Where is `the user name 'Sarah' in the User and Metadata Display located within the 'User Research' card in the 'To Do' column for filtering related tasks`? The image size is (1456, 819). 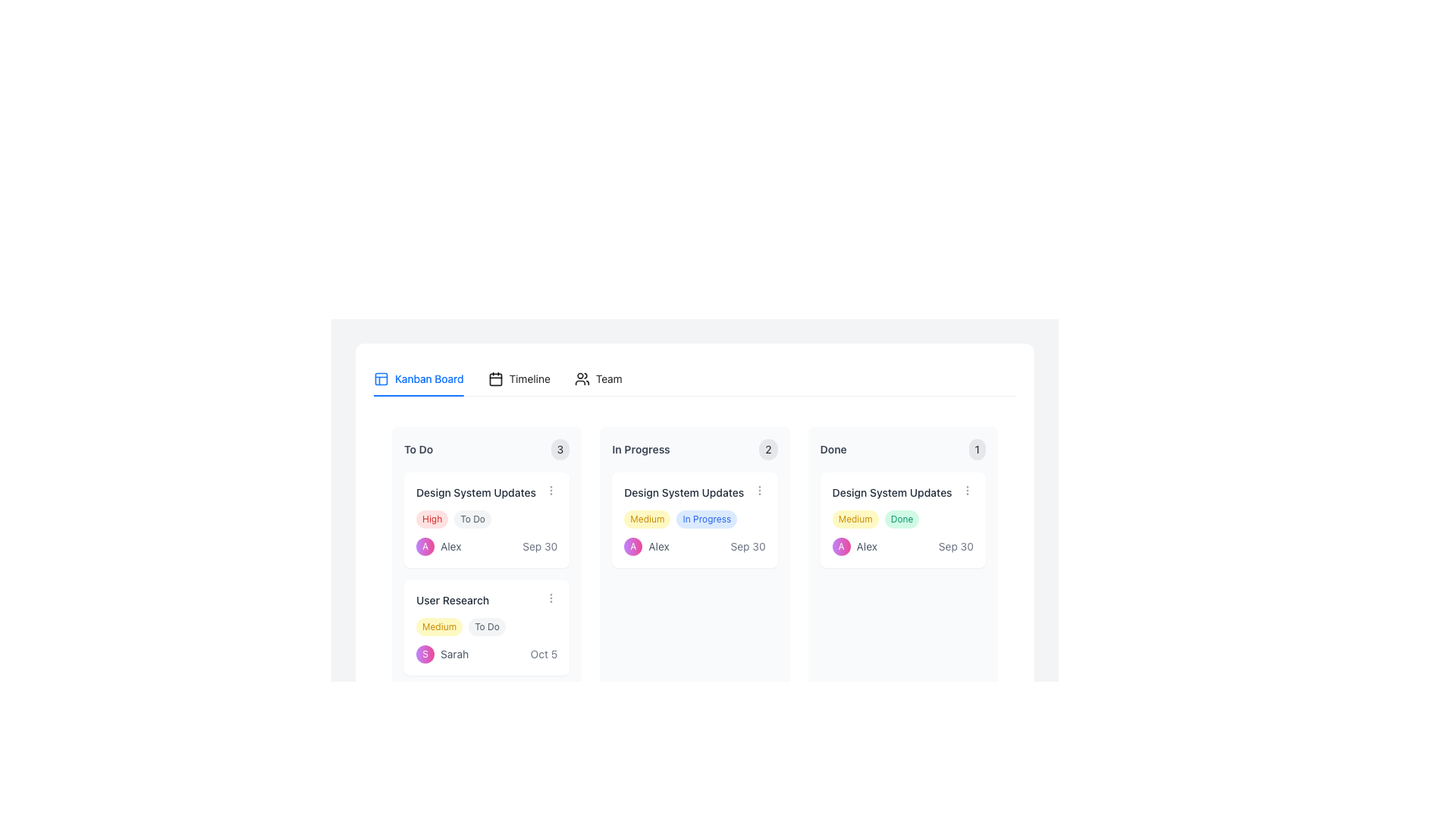
the user name 'Sarah' in the User and Metadata Display located within the 'User Research' card in the 'To Do' column for filtering related tasks is located at coordinates (487, 654).